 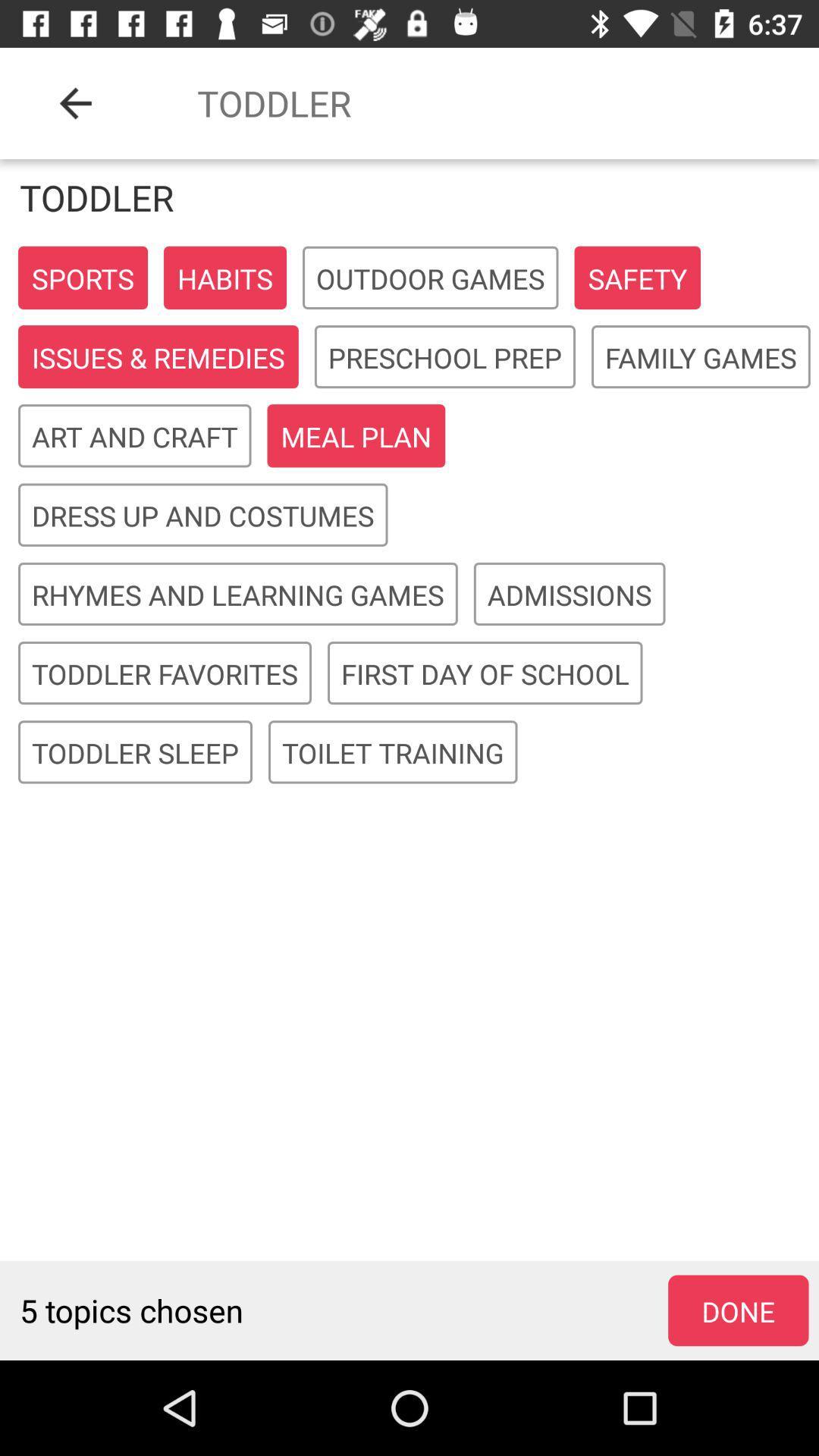 What do you see at coordinates (430, 278) in the screenshot?
I see `the item next to safety item` at bounding box center [430, 278].